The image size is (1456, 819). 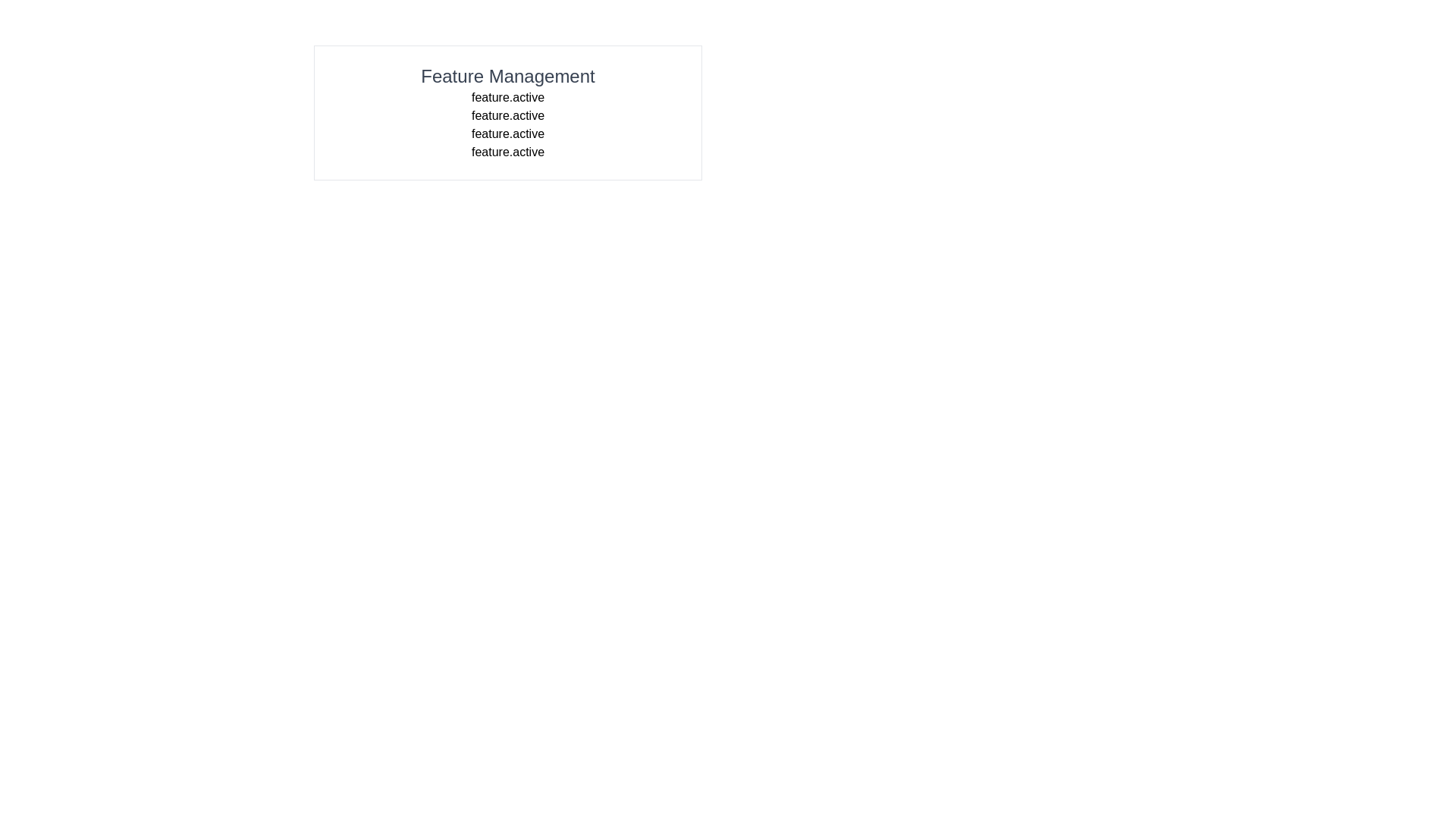 What do you see at coordinates (508, 133) in the screenshot?
I see `the text label reading 'feature.active', which is the third item in a vertically stacked list under the heading 'Feature Management'` at bounding box center [508, 133].